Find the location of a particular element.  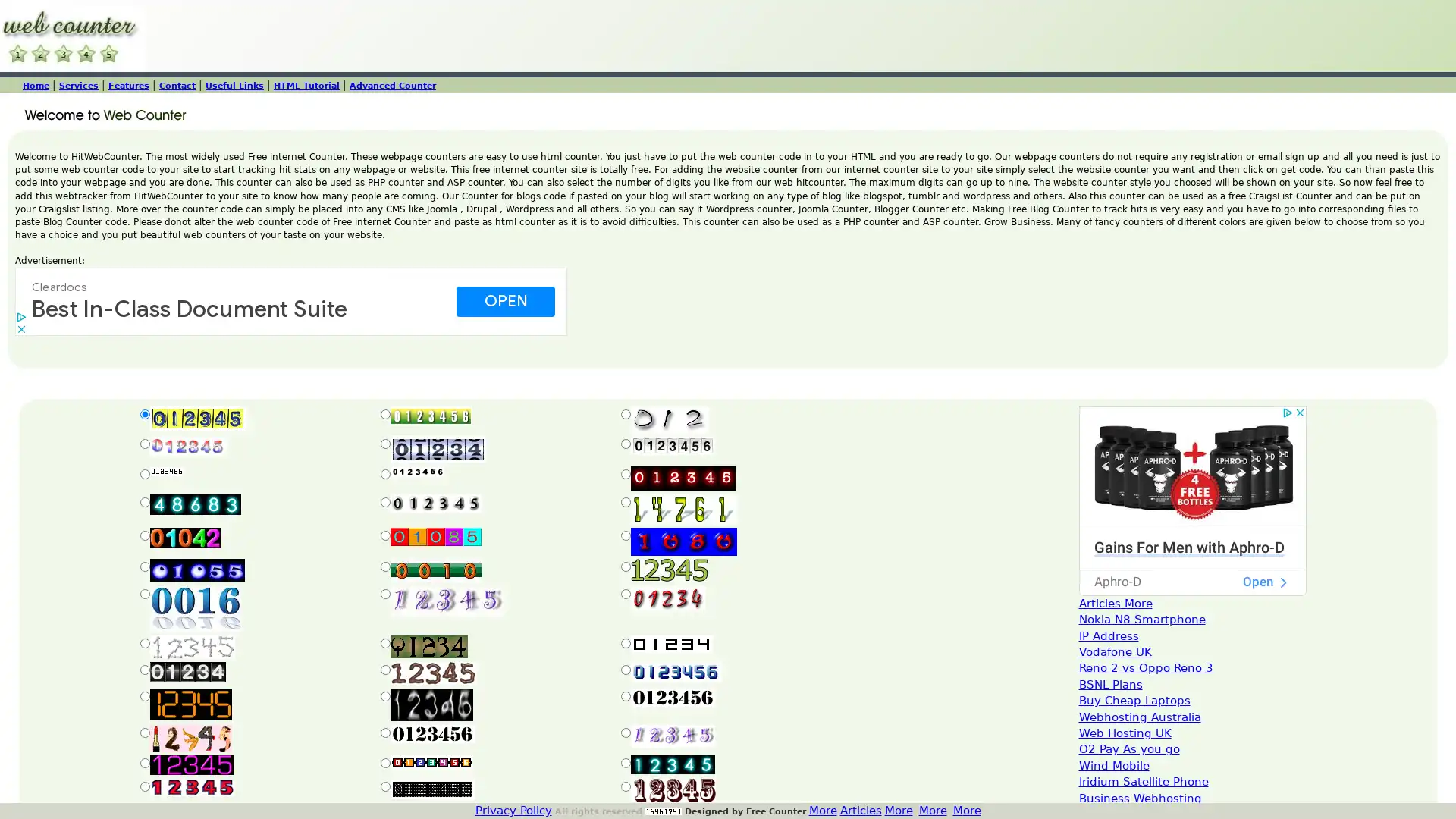

Submit is located at coordinates (196, 570).